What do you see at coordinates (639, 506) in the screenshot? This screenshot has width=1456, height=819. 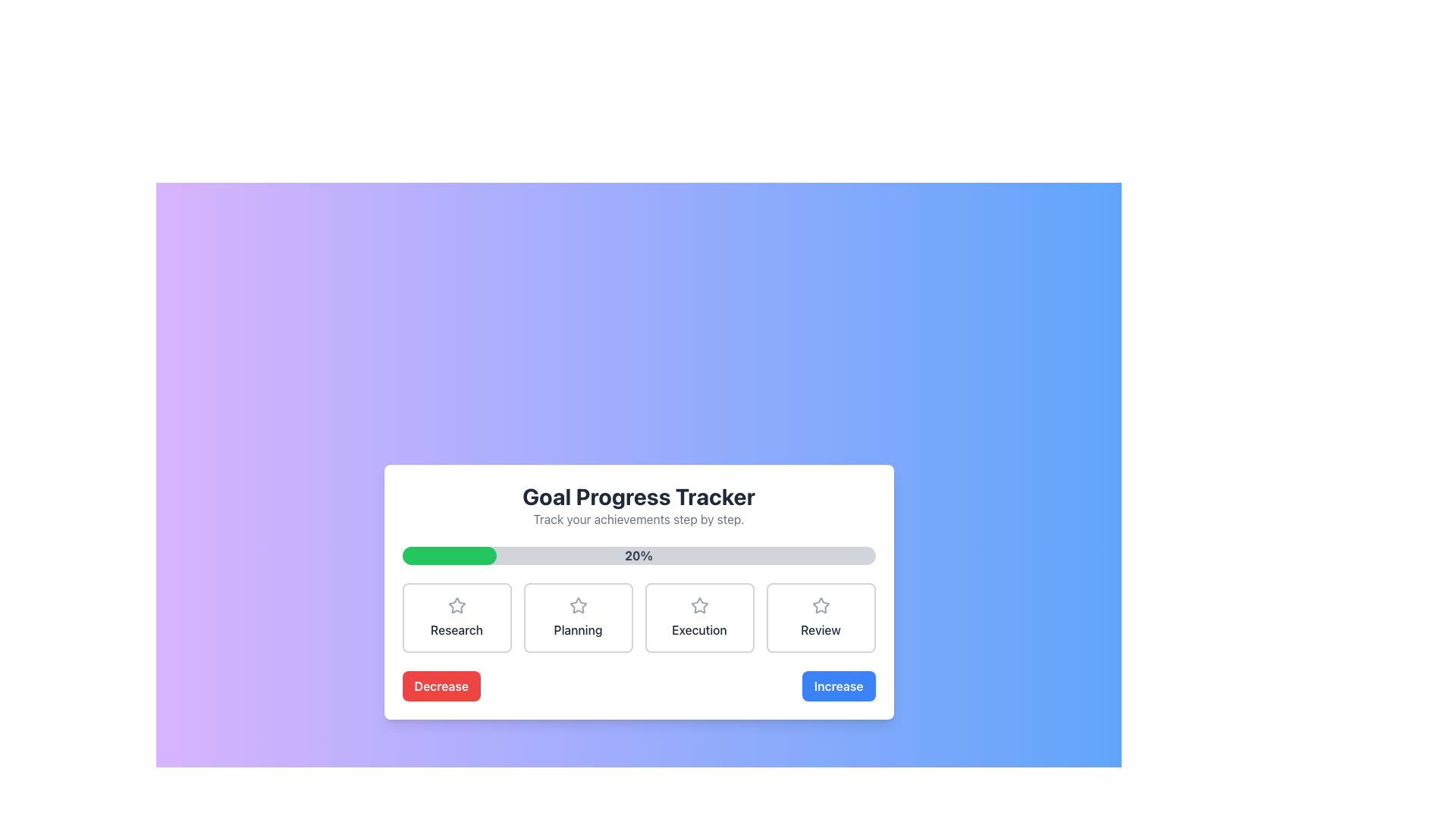 I see `the text block titled 'Goal Progress Tracker'` at bounding box center [639, 506].